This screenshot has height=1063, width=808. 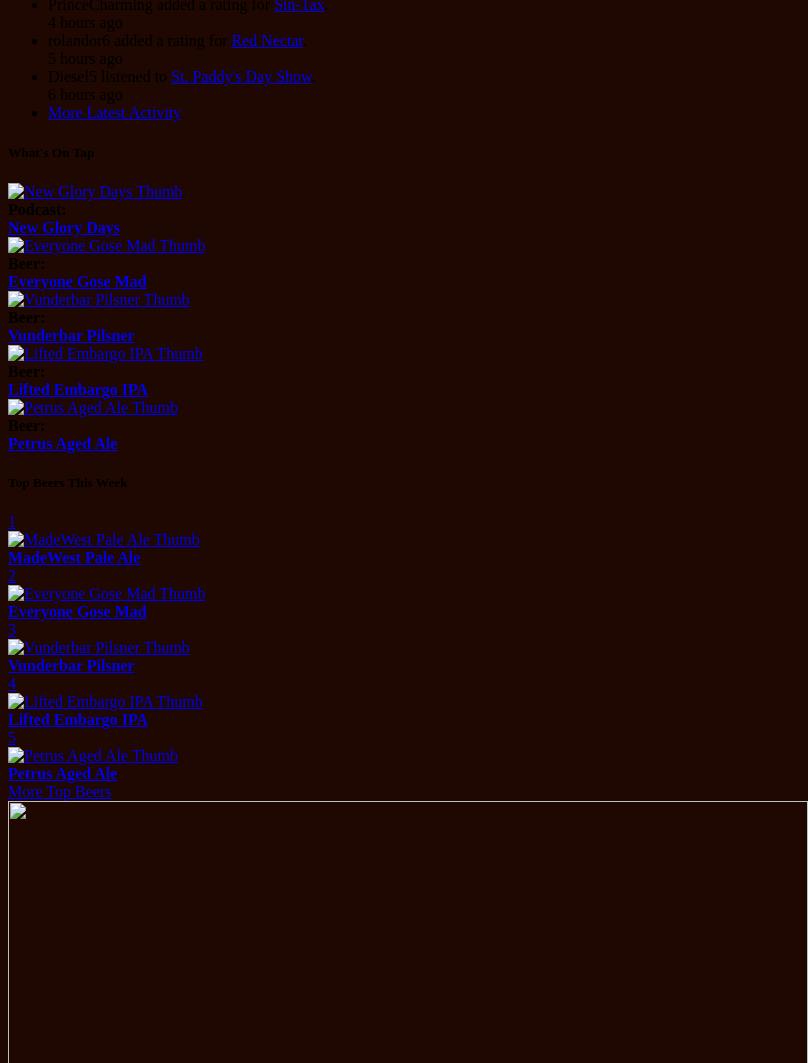 What do you see at coordinates (85, 22) in the screenshot?
I see `'4 hours ago'` at bounding box center [85, 22].